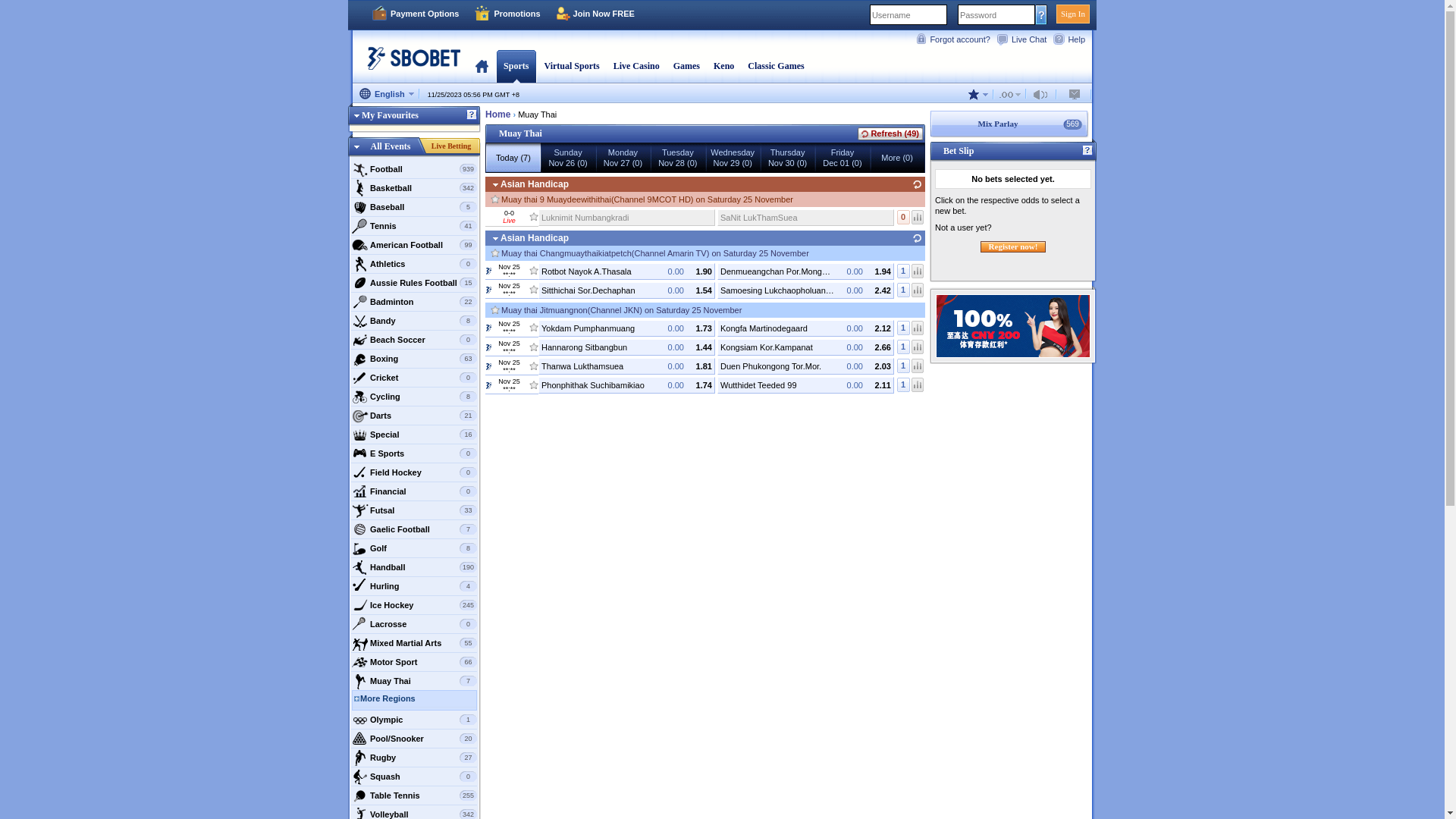 This screenshot has width=1456, height=819. I want to click on 'Baseball, so click(350, 207).